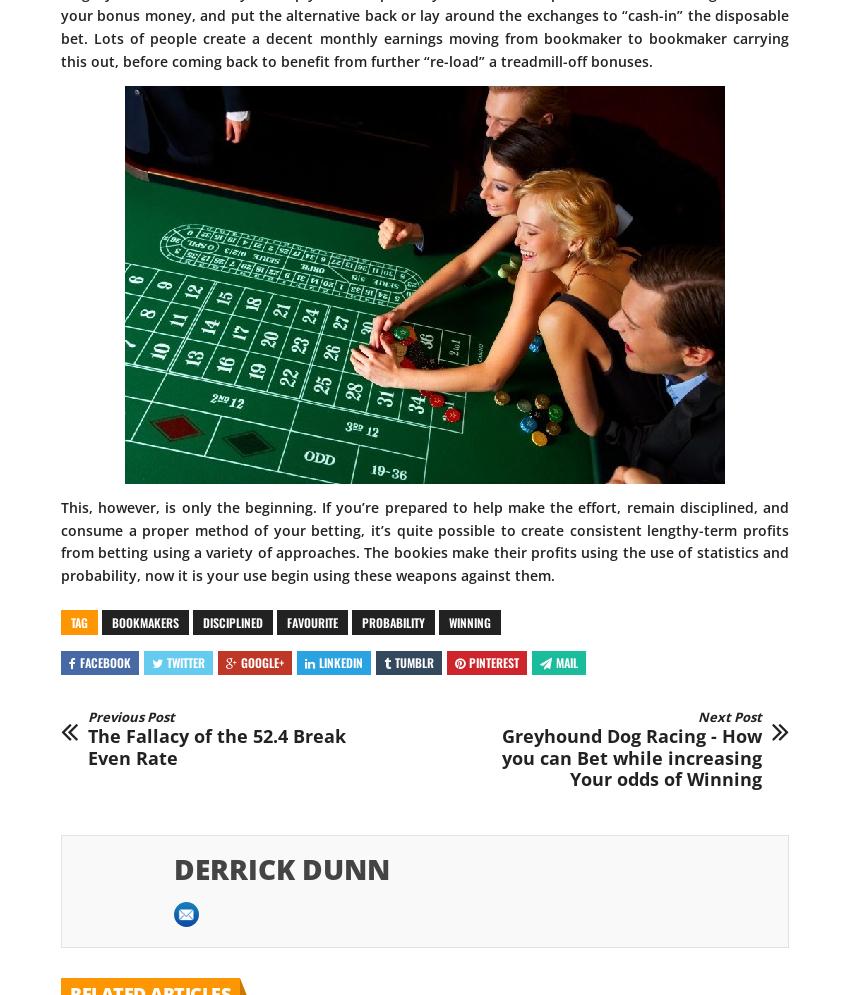 Image resolution: width=850 pixels, height=995 pixels. What do you see at coordinates (630, 756) in the screenshot?
I see `'Greyhound Dog Racing - How you can Bet while increasing Your odds of Winning'` at bounding box center [630, 756].